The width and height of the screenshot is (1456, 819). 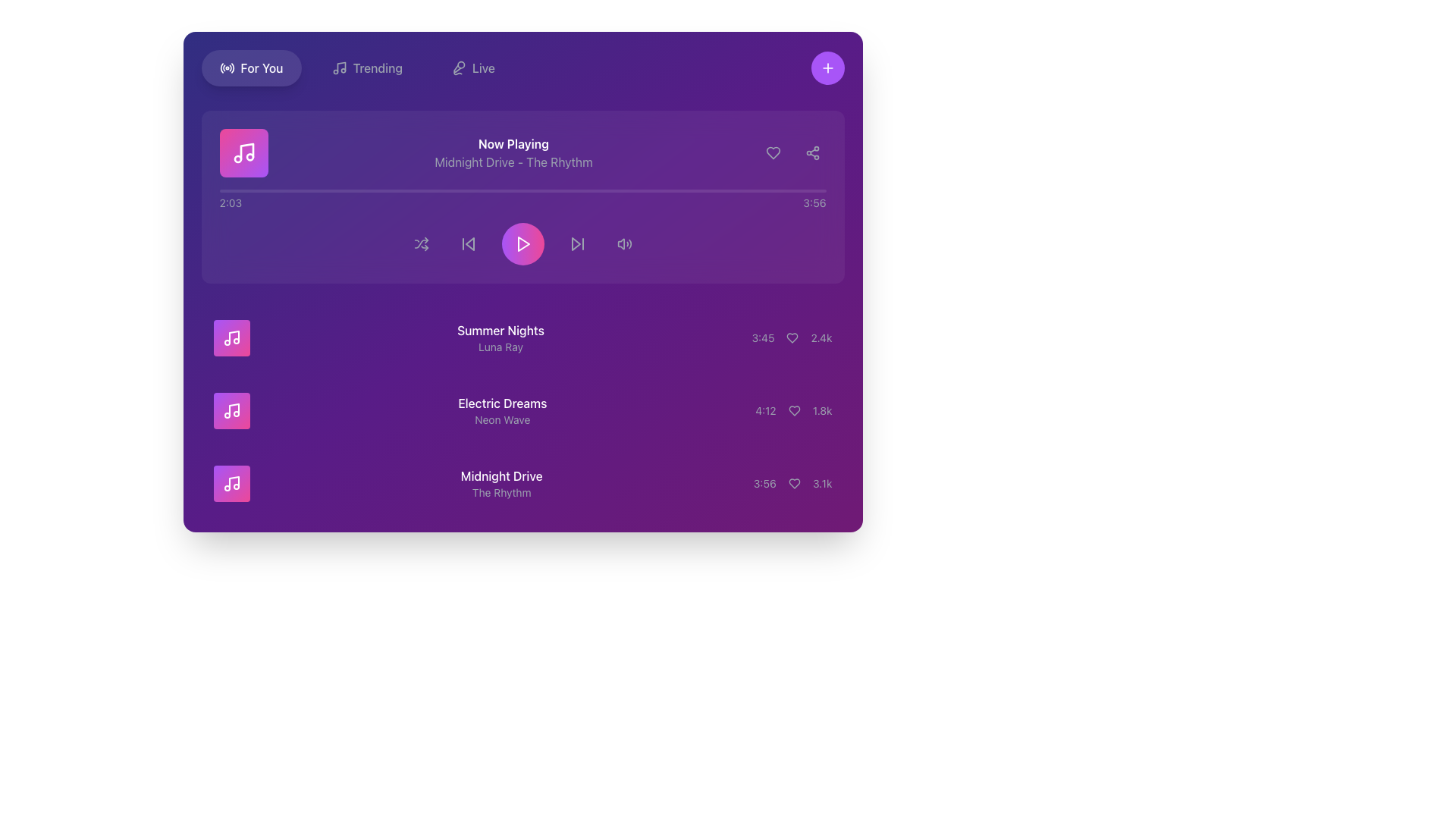 What do you see at coordinates (231, 411) in the screenshot?
I see `the icon representing the music track 'Electric Dreams' in the music track list interface, which is the third icon in the vertical list of tracks` at bounding box center [231, 411].